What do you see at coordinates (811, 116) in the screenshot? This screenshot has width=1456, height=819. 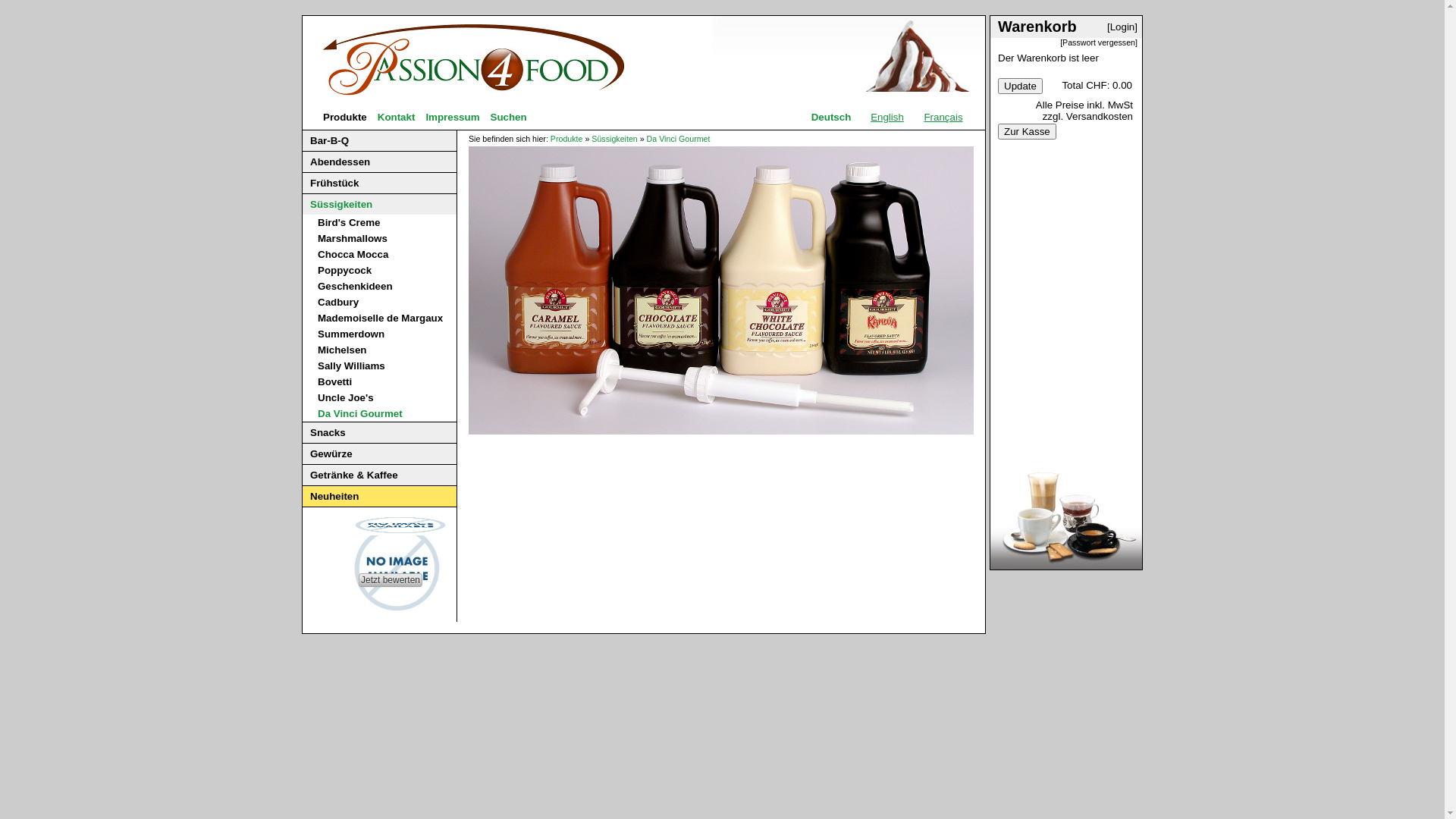 I see `'Deutsch'` at bounding box center [811, 116].